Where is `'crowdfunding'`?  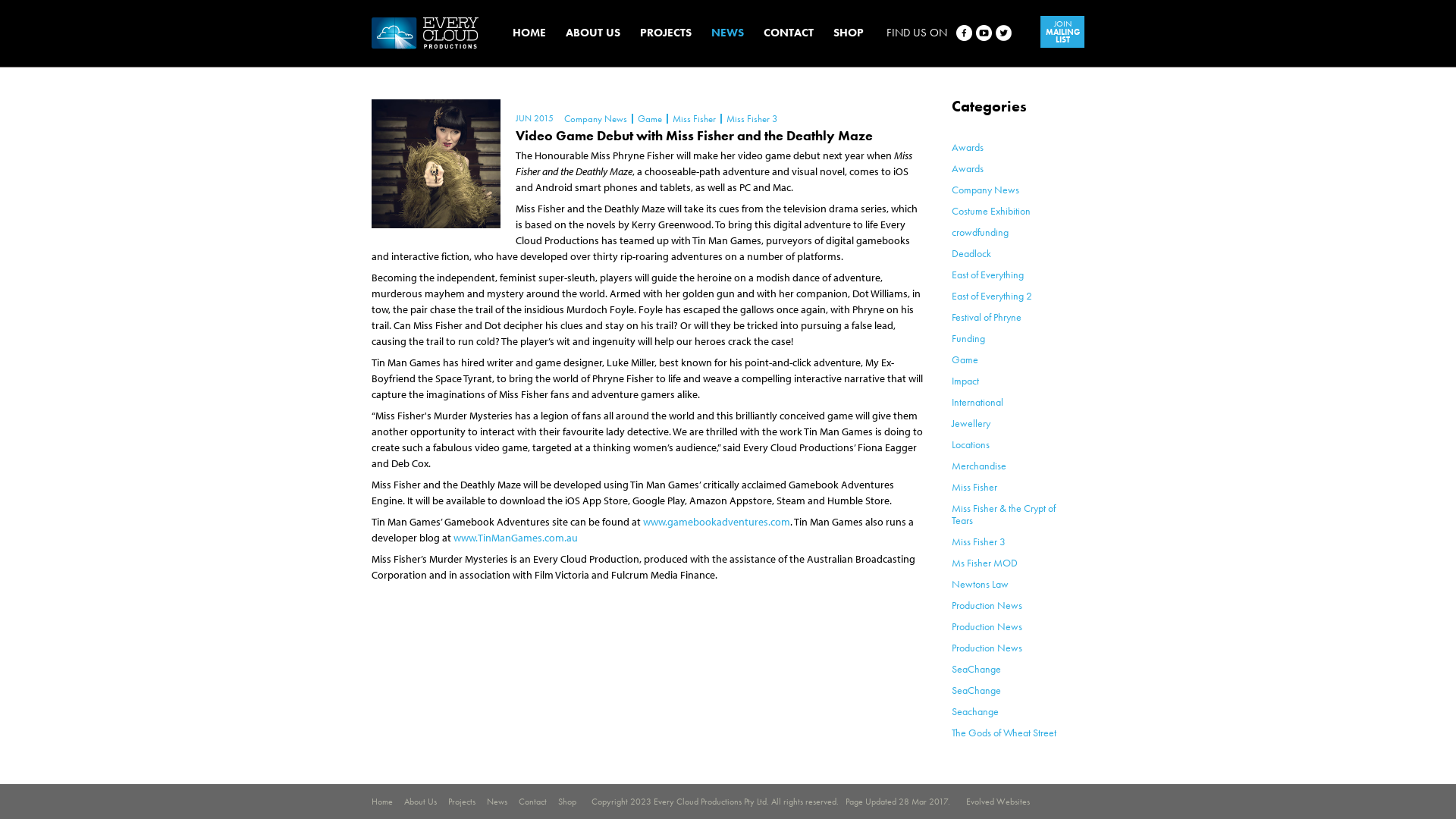 'crowdfunding' is located at coordinates (980, 231).